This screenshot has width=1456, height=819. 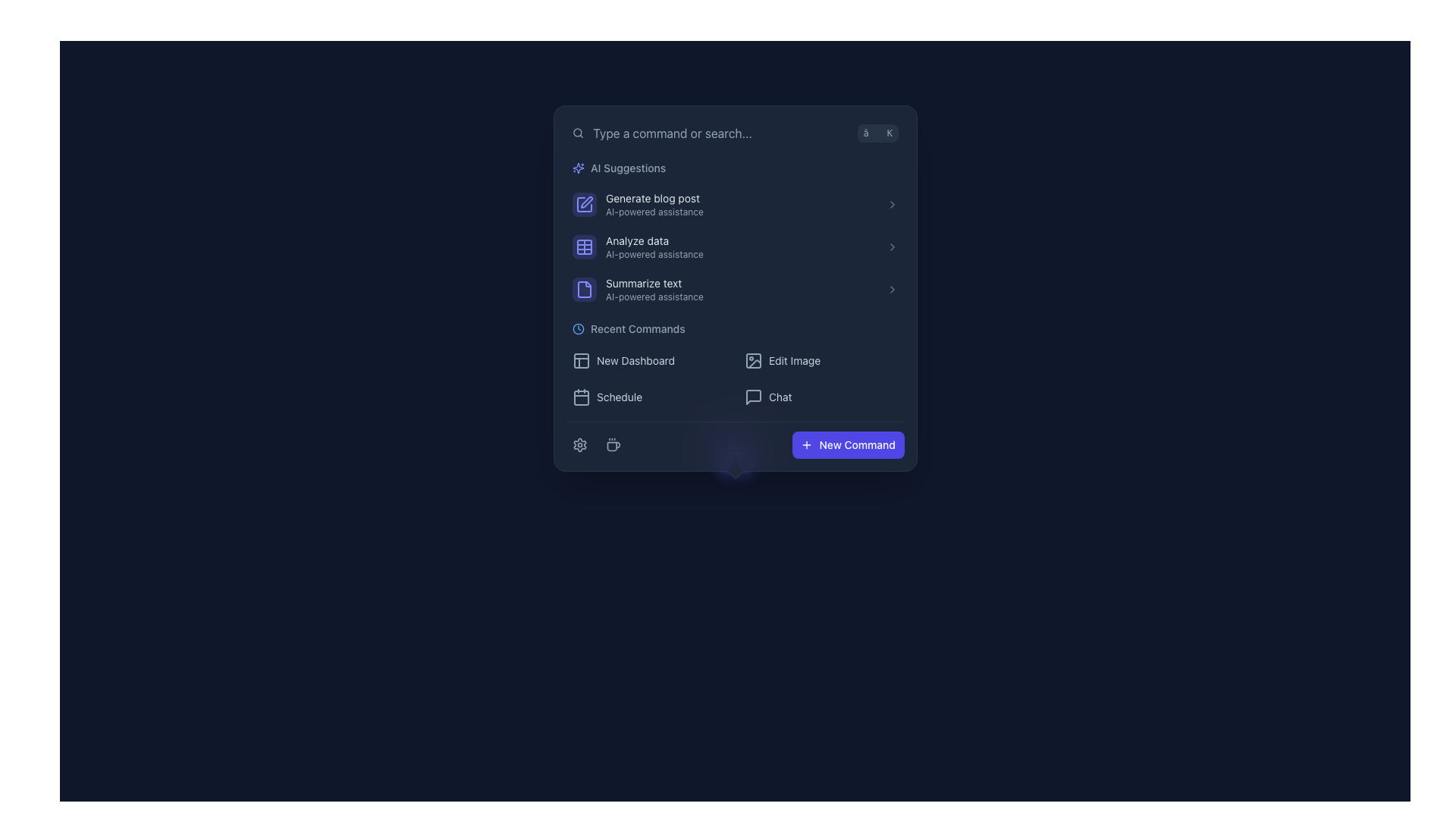 What do you see at coordinates (579, 444) in the screenshot?
I see `the settings gear icon, which is a light gray, hollow design with six teeth, located at the bottom-left corner of the modal interface` at bounding box center [579, 444].